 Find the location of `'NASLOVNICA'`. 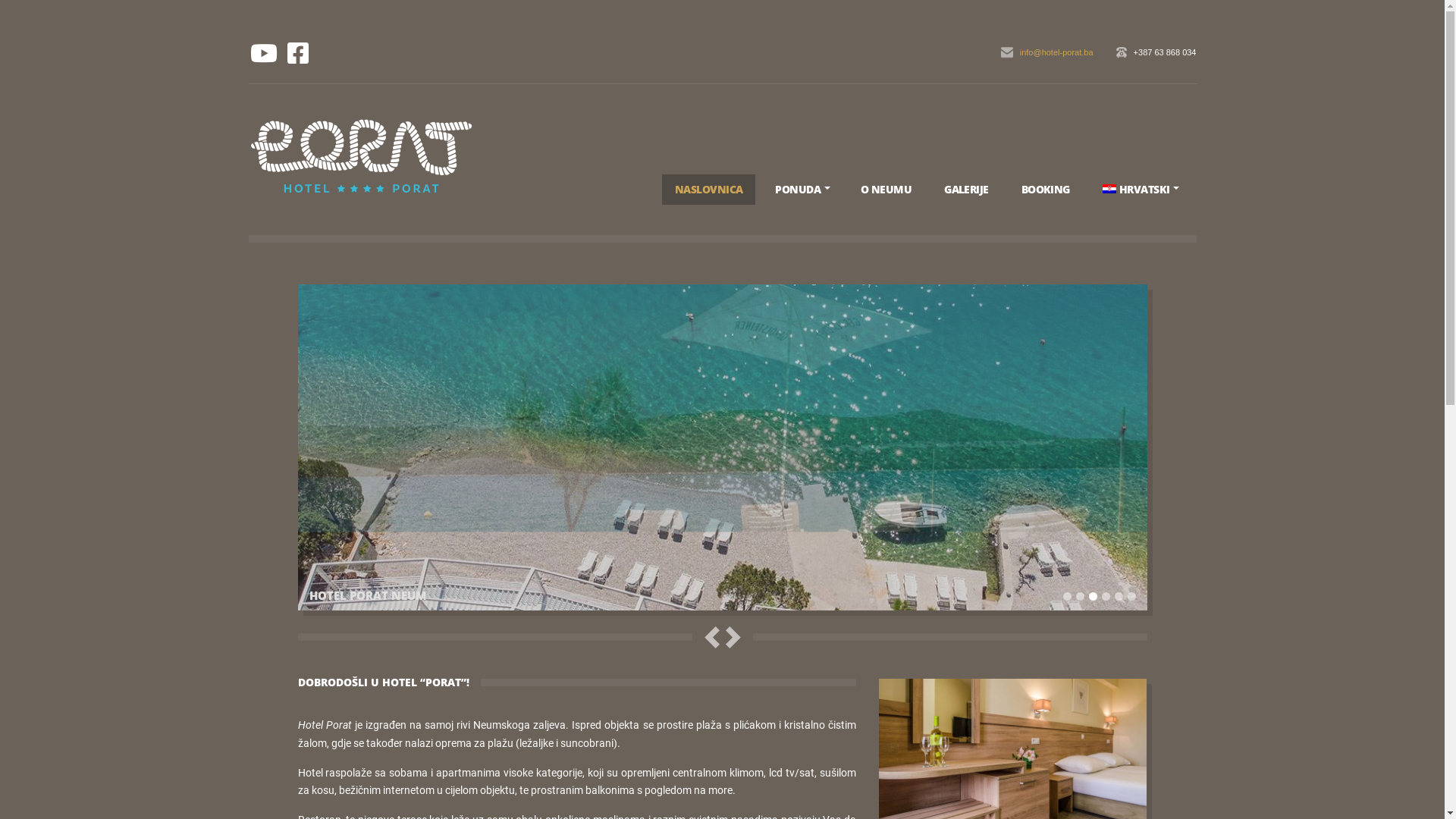

'NASLOVNICA' is located at coordinates (708, 189).